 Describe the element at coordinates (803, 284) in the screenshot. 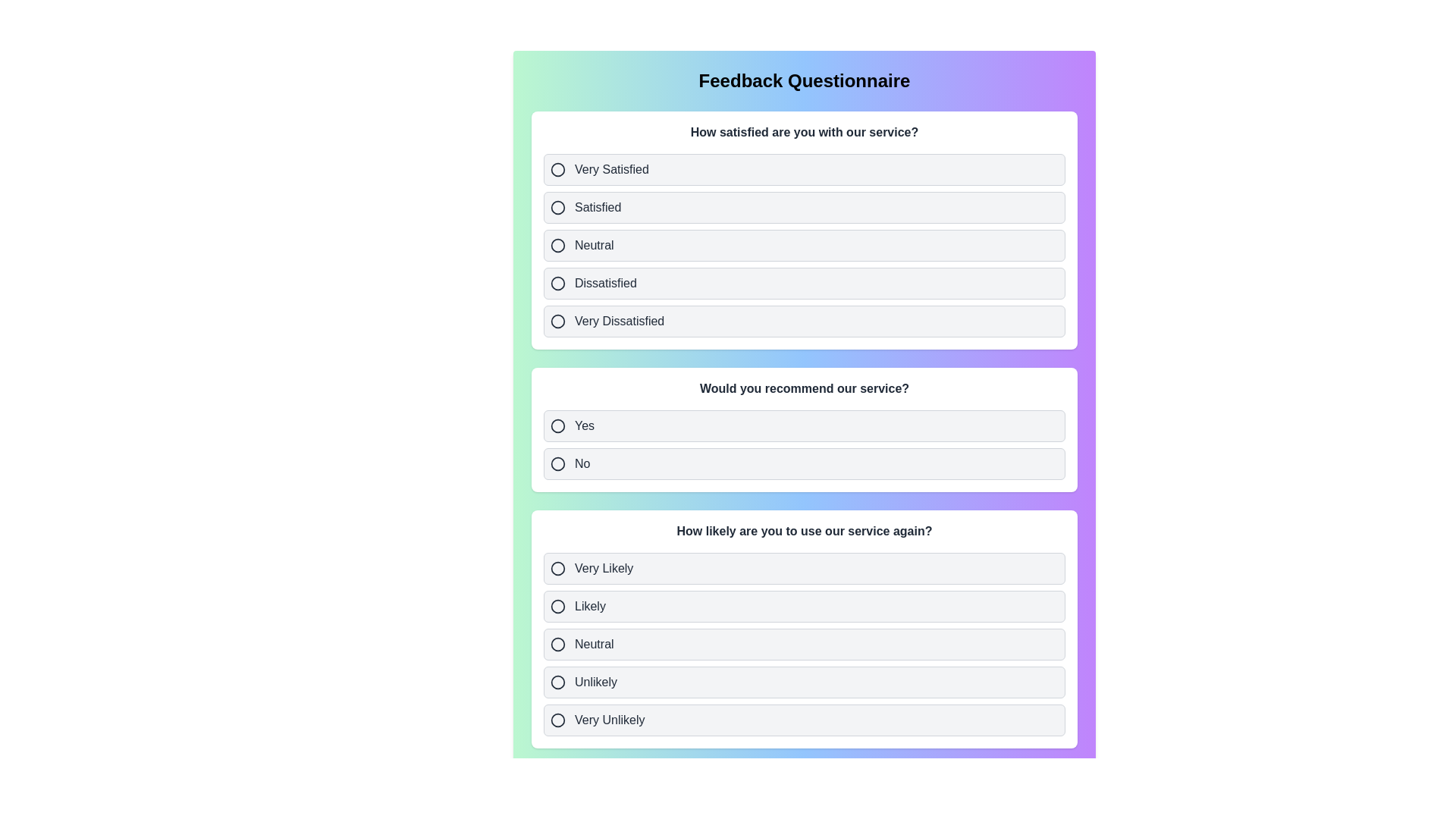

I see `the option Dissatisfied for the first question` at that location.